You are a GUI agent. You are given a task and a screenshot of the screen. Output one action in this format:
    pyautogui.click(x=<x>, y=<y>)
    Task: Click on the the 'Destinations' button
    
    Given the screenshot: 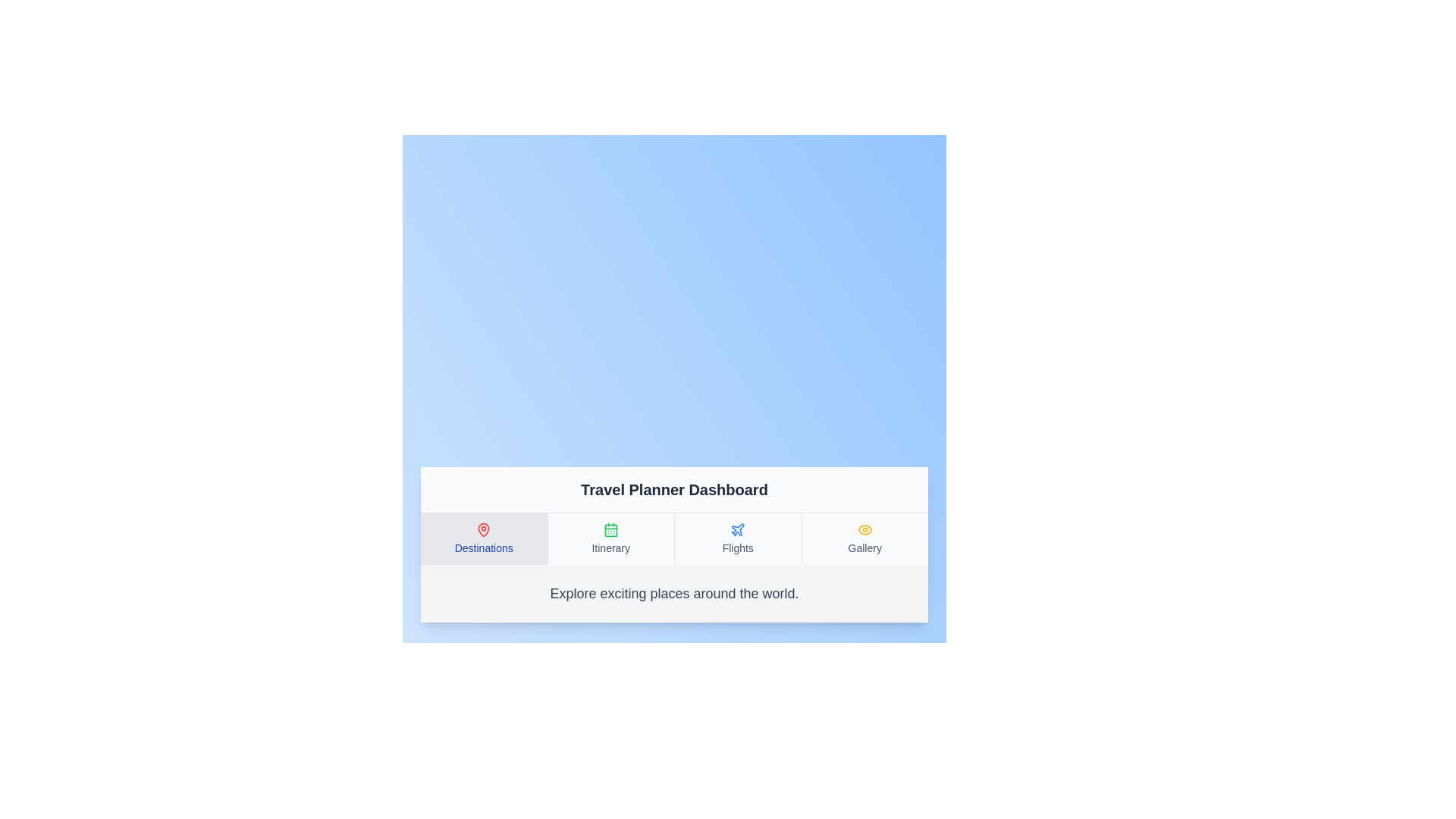 What is the action you would take?
    pyautogui.click(x=483, y=538)
    